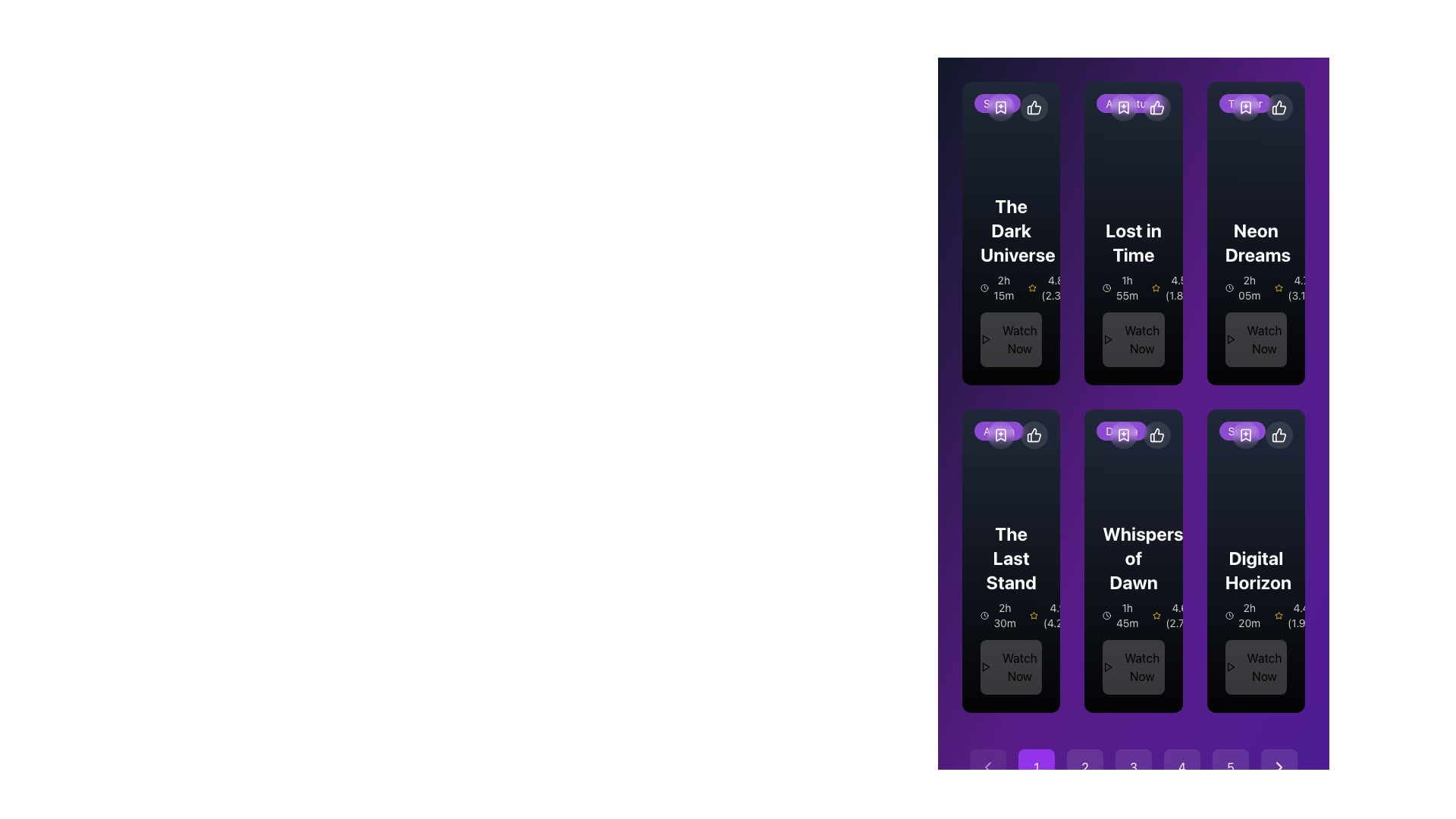 The width and height of the screenshot is (1456, 819). What do you see at coordinates (1121, 288) in the screenshot?
I see `the duration text element located in the 'Lost in Time' card, which is positioned in the second column beneath the card's title and above the bottom buttons` at bounding box center [1121, 288].